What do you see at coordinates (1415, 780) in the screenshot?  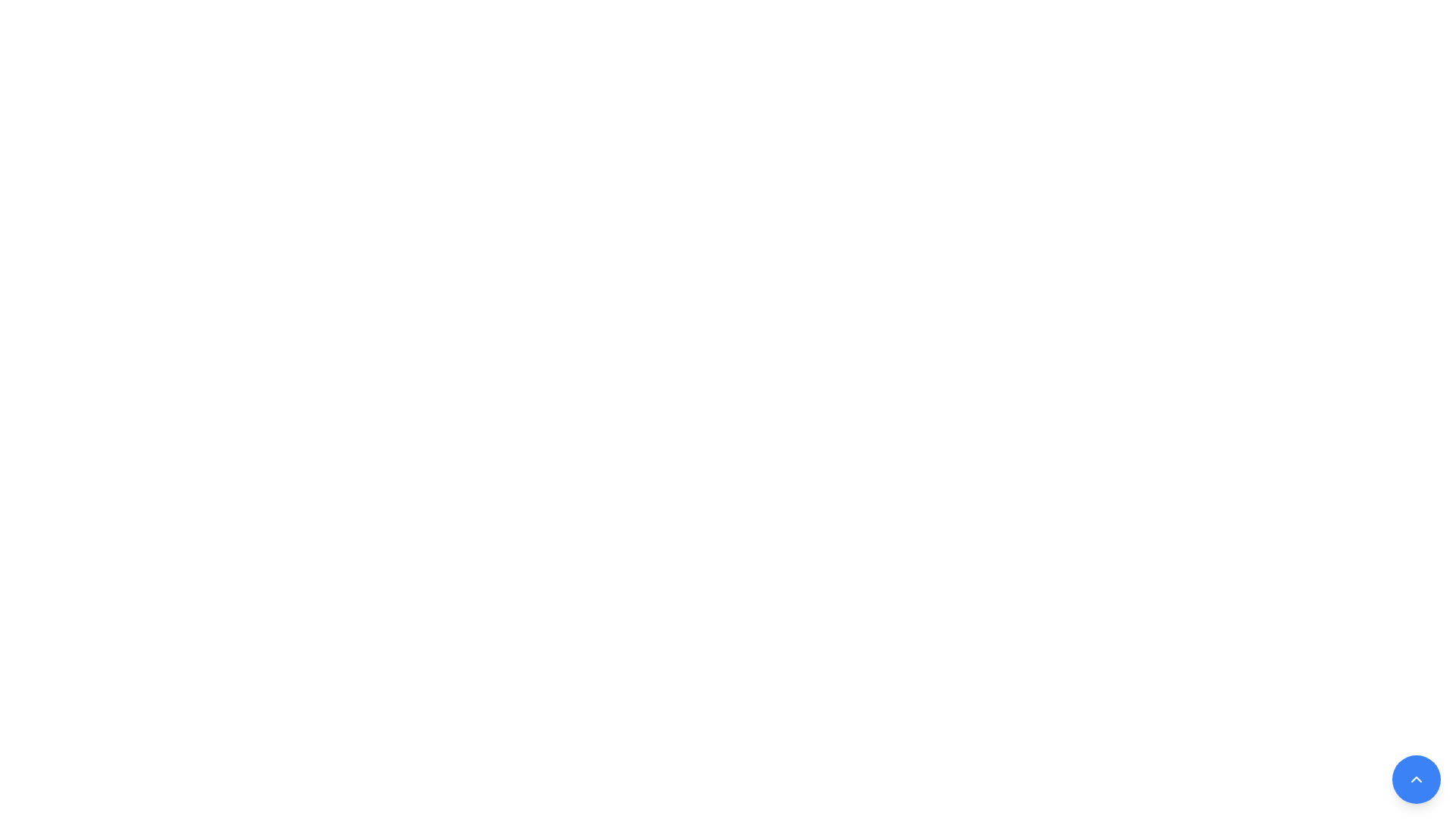 I see `the upward-pointing chevron icon with a blue circular background, located in the bottom-right corner of the interface` at bounding box center [1415, 780].